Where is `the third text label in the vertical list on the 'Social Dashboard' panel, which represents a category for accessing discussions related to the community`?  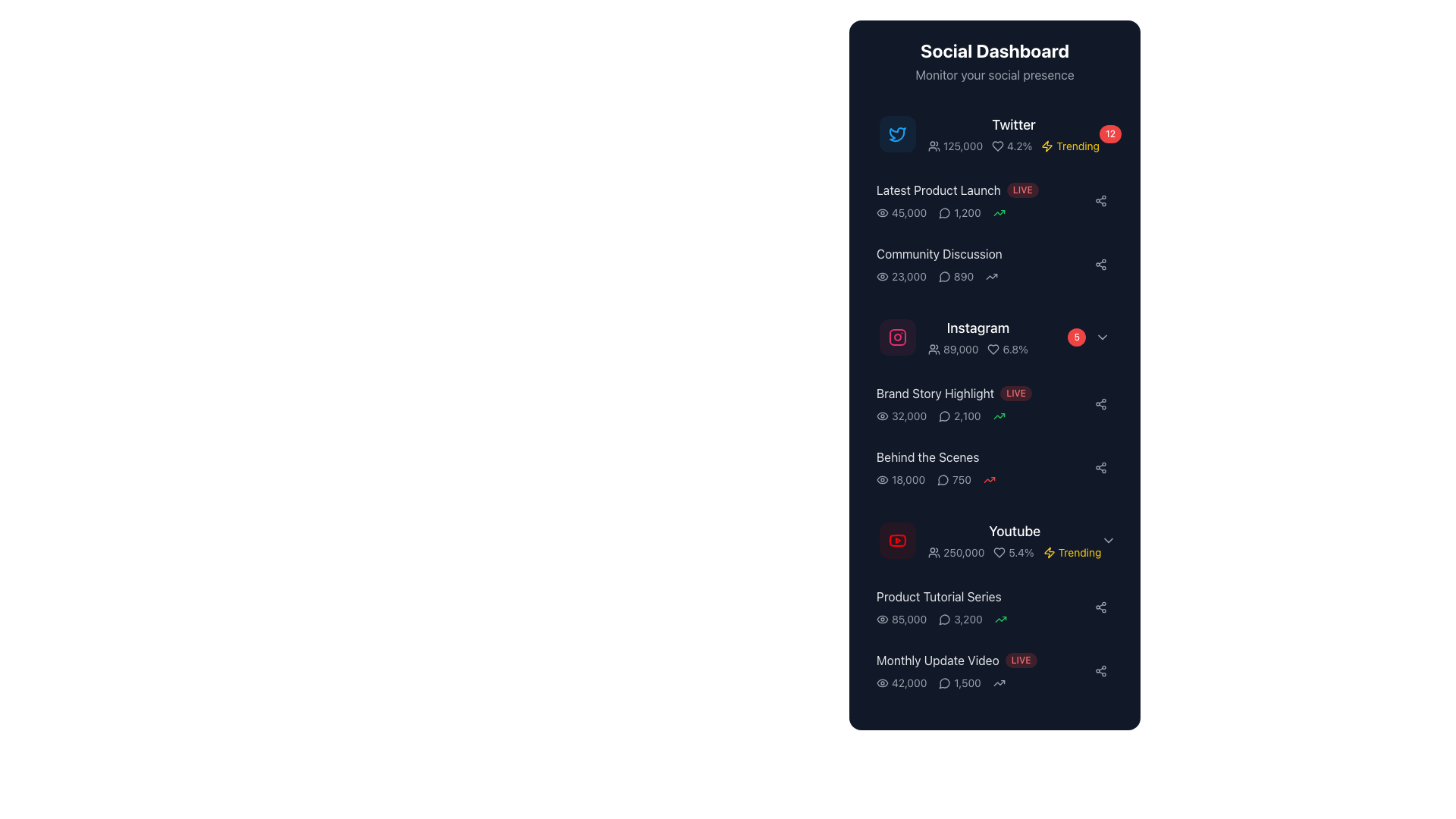
the third text label in the vertical list on the 'Social Dashboard' panel, which represents a category for accessing discussions related to the community is located at coordinates (983, 253).